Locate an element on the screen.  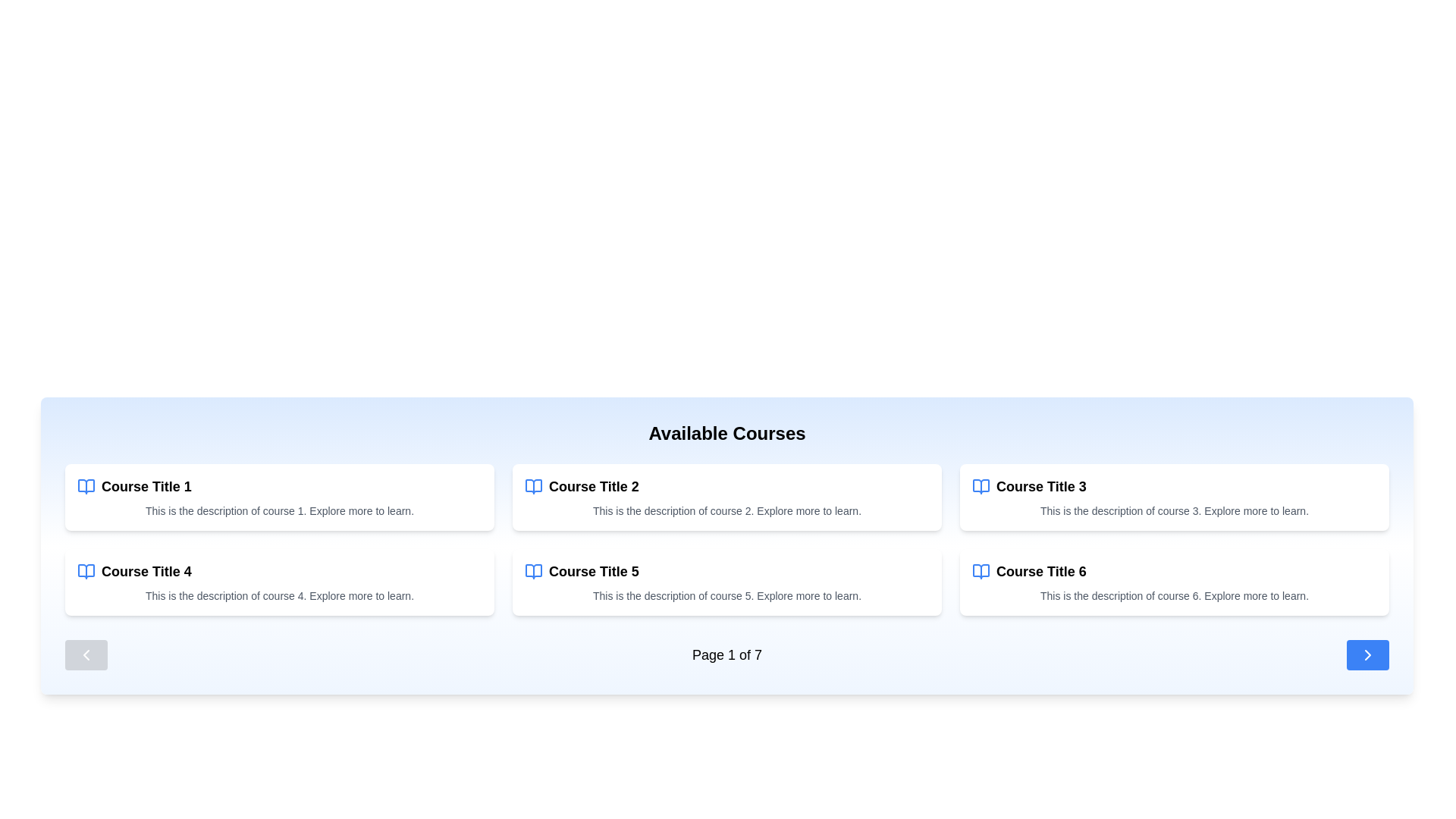
the blue open book icon located to the left of the course title text 'Course Title 3' within the third course card is located at coordinates (981, 486).